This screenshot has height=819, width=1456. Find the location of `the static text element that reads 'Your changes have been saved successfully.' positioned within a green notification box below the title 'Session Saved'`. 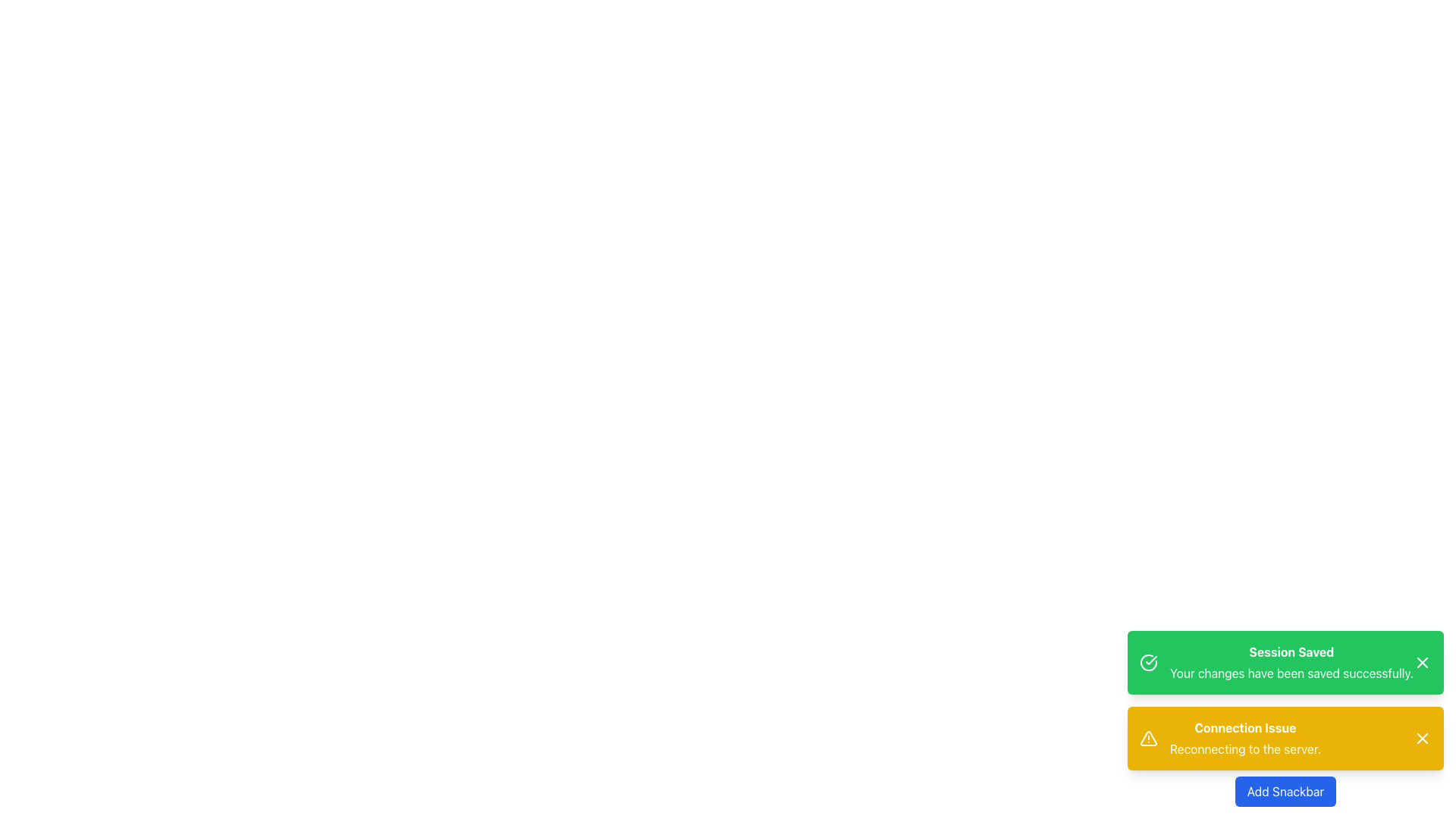

the static text element that reads 'Your changes have been saved successfully.' positioned within a green notification box below the title 'Session Saved' is located at coordinates (1291, 672).